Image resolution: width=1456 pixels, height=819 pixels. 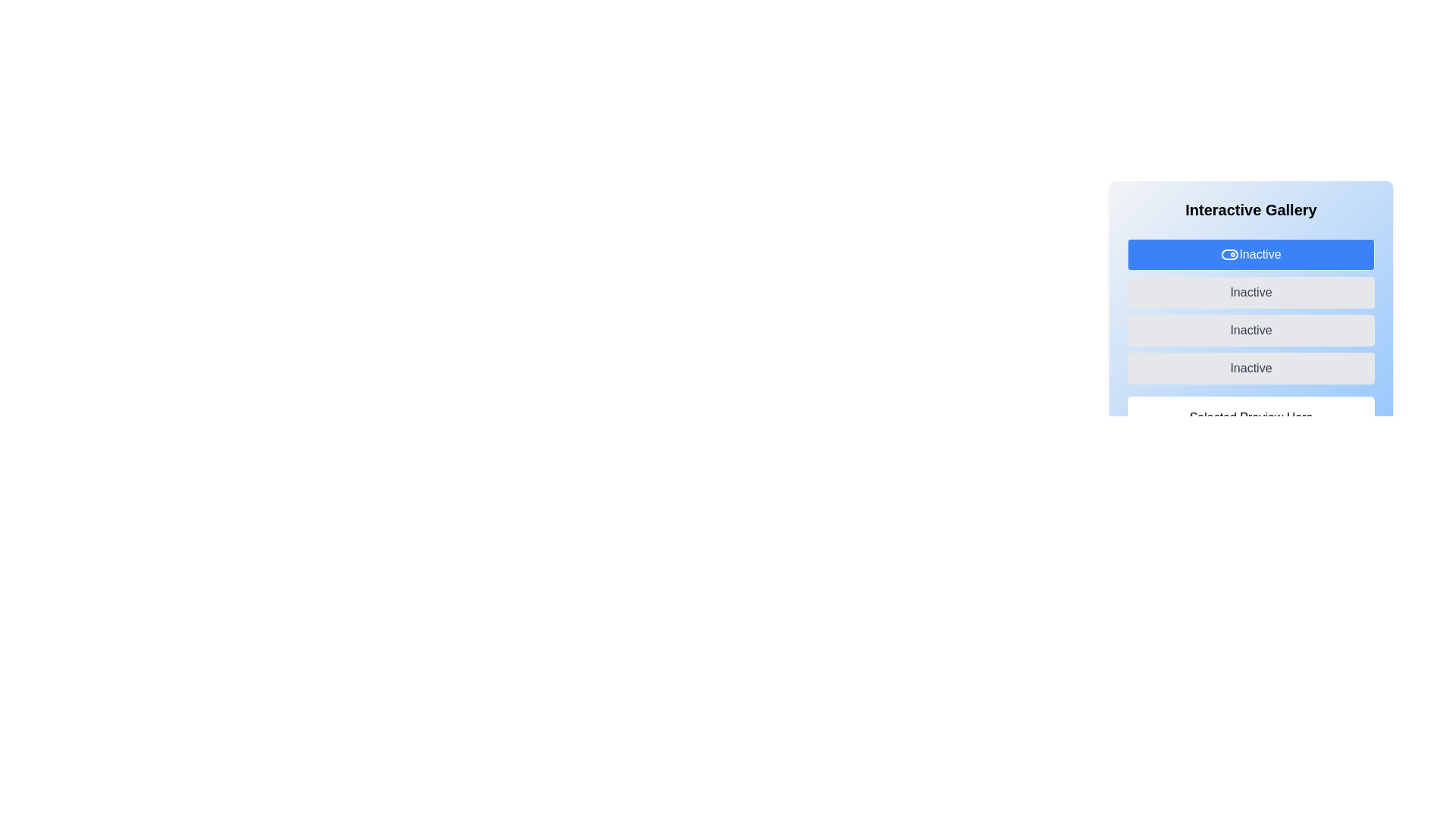 I want to click on the button corresponding to 2 to activate it and update the preview, so click(x=1251, y=329).